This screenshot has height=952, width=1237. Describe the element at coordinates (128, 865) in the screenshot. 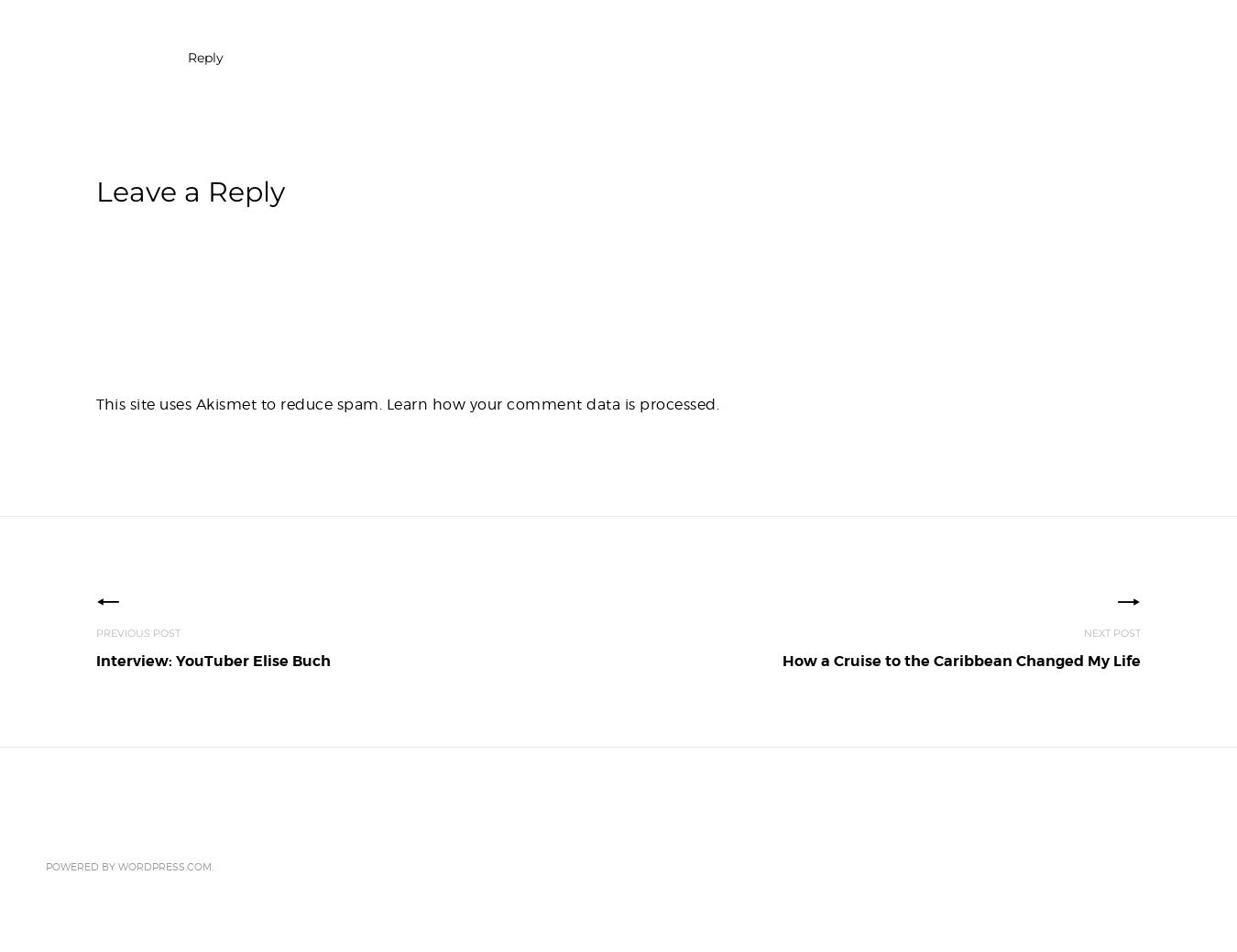

I see `'Powered by WordPress.com'` at that location.